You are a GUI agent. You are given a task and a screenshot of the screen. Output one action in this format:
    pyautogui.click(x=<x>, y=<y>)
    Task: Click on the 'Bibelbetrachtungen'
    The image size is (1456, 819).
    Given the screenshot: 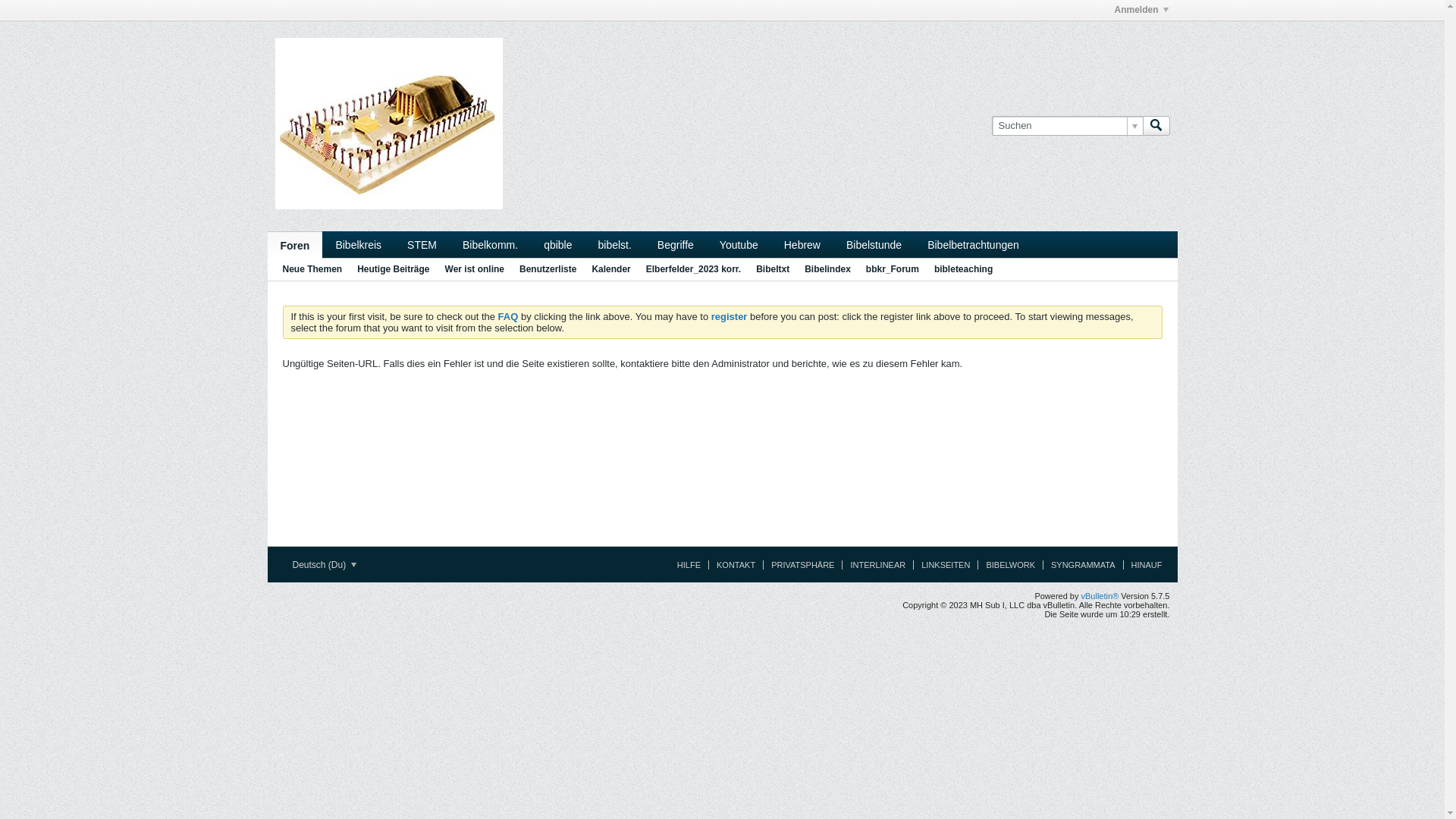 What is the action you would take?
    pyautogui.click(x=973, y=243)
    